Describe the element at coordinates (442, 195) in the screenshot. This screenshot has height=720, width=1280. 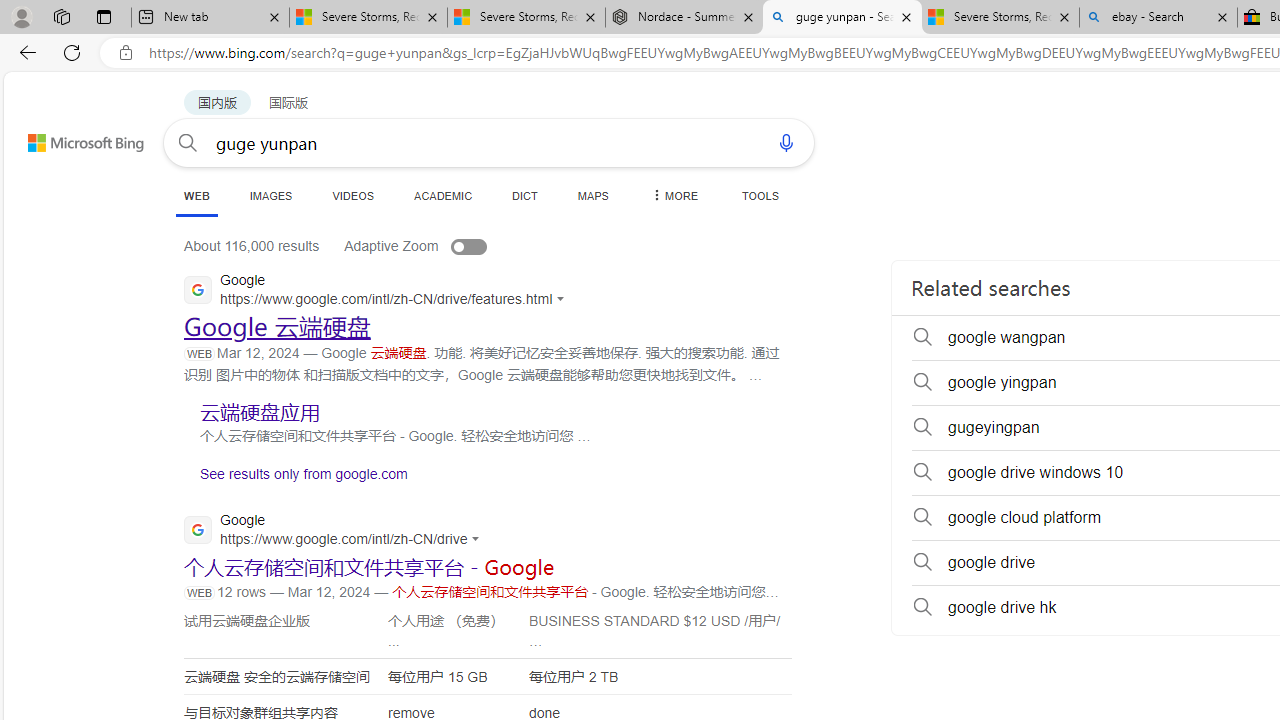
I see `'ACADEMIC'` at that location.